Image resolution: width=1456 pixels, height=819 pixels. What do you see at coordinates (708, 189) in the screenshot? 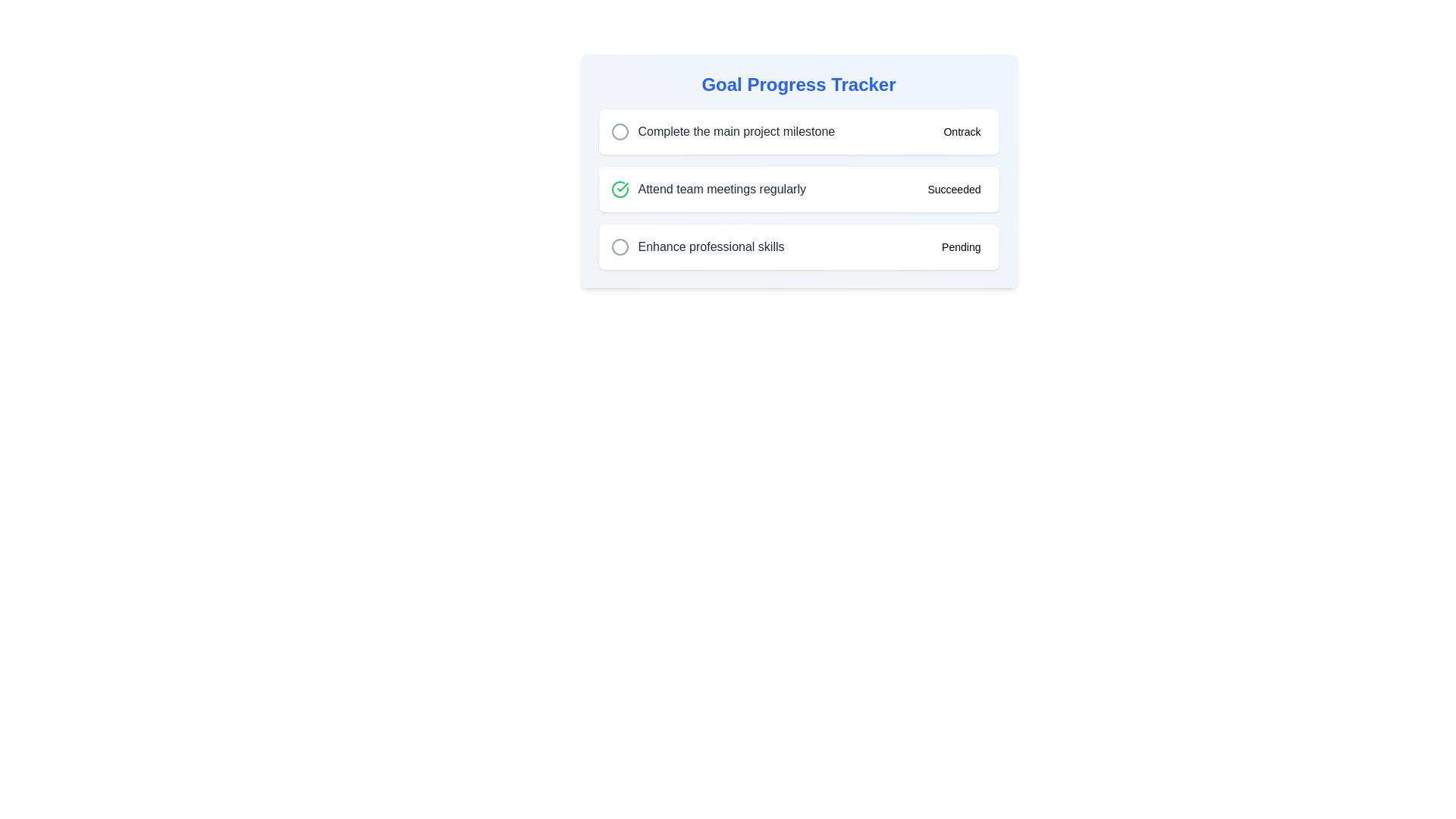
I see `the task labeled 'Attend team meetings regularly' with a green checkmark in the 'Goal Progress Tracker' section` at bounding box center [708, 189].